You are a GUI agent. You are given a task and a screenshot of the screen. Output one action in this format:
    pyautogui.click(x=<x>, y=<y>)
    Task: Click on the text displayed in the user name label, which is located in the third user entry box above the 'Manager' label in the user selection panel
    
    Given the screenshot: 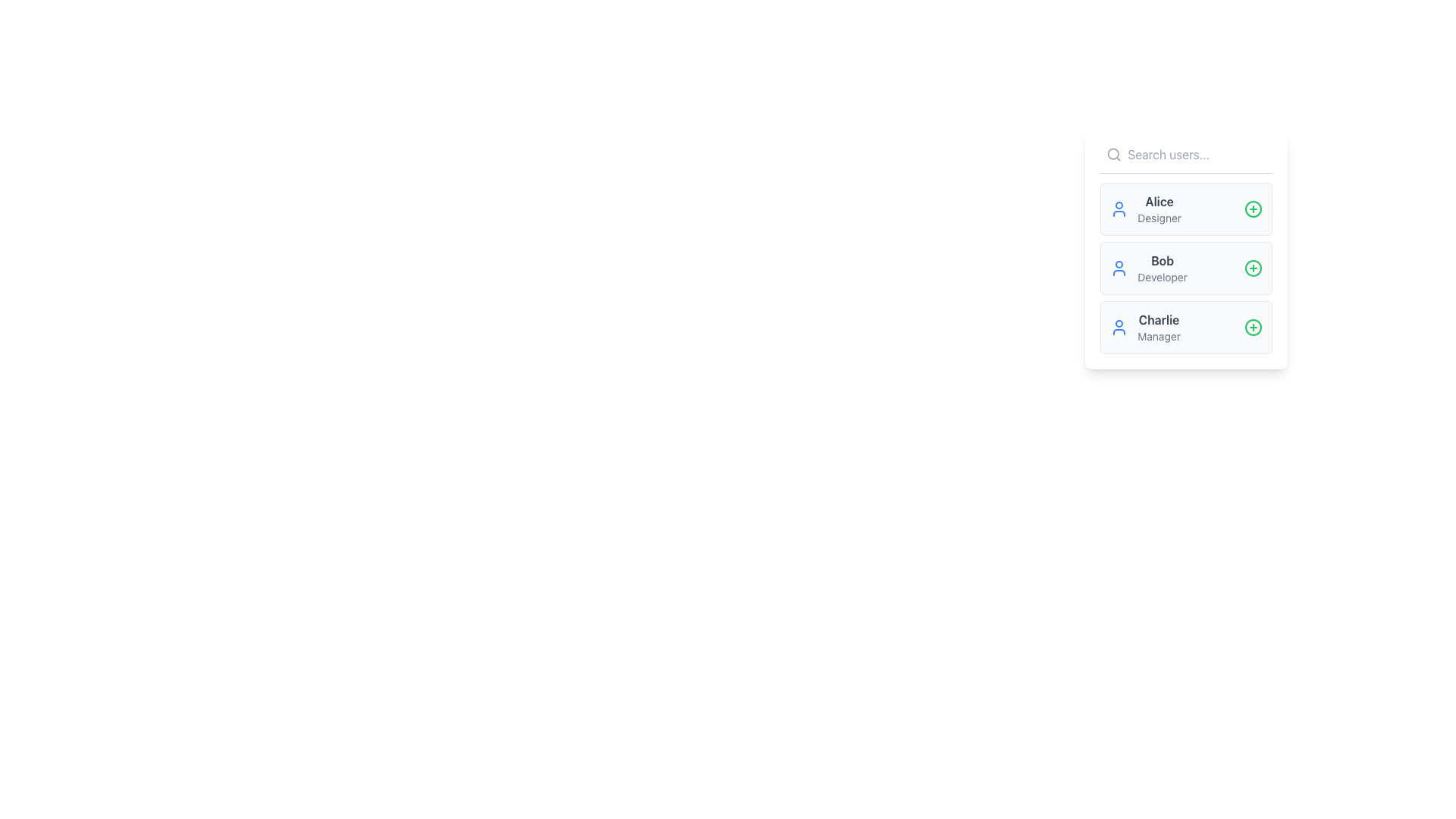 What is the action you would take?
    pyautogui.click(x=1158, y=318)
    